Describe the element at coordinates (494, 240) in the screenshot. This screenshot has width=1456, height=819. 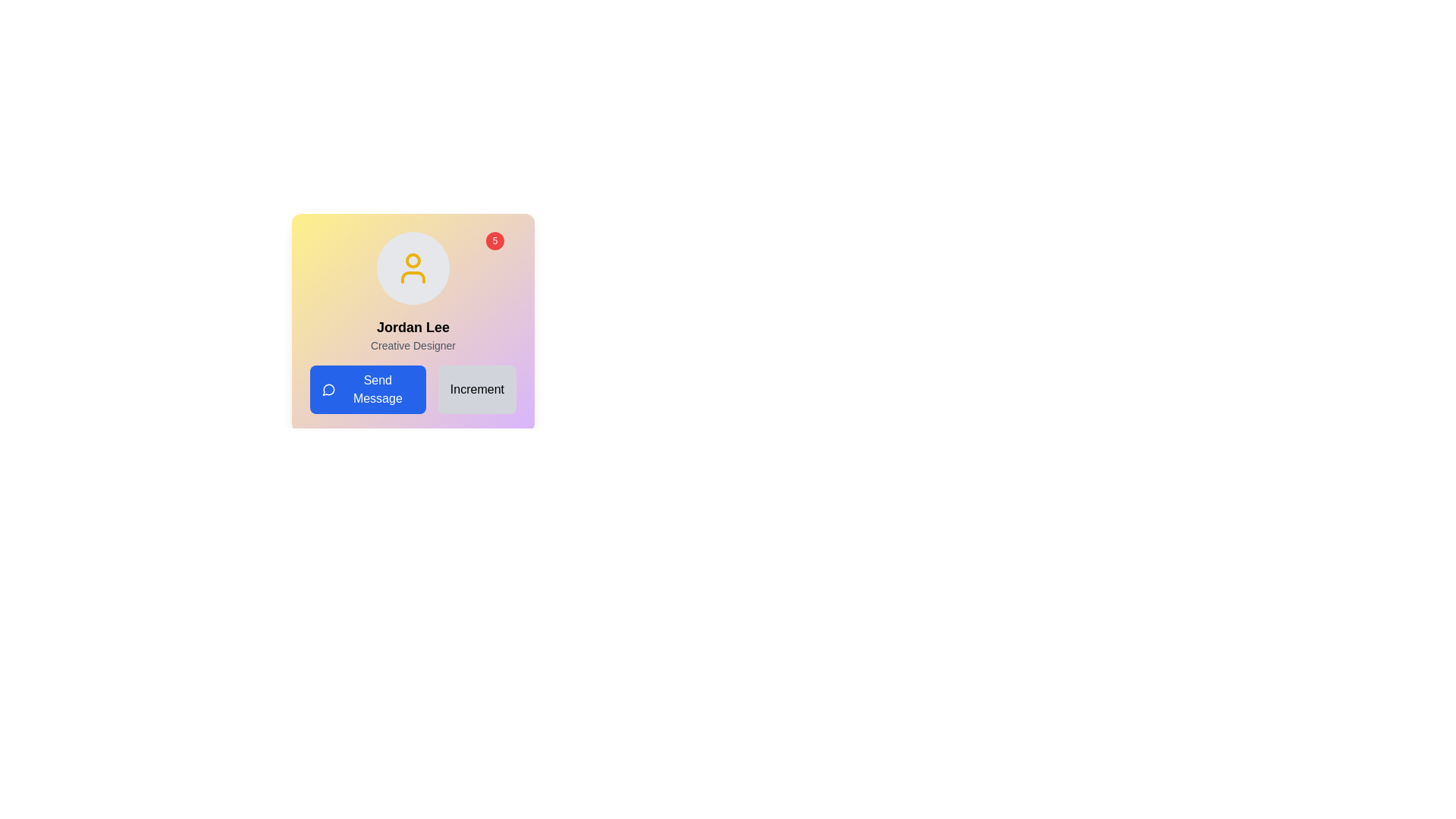
I see `the content displayed on the Notification Badge located at the top-right corner of the profile card interface` at that location.